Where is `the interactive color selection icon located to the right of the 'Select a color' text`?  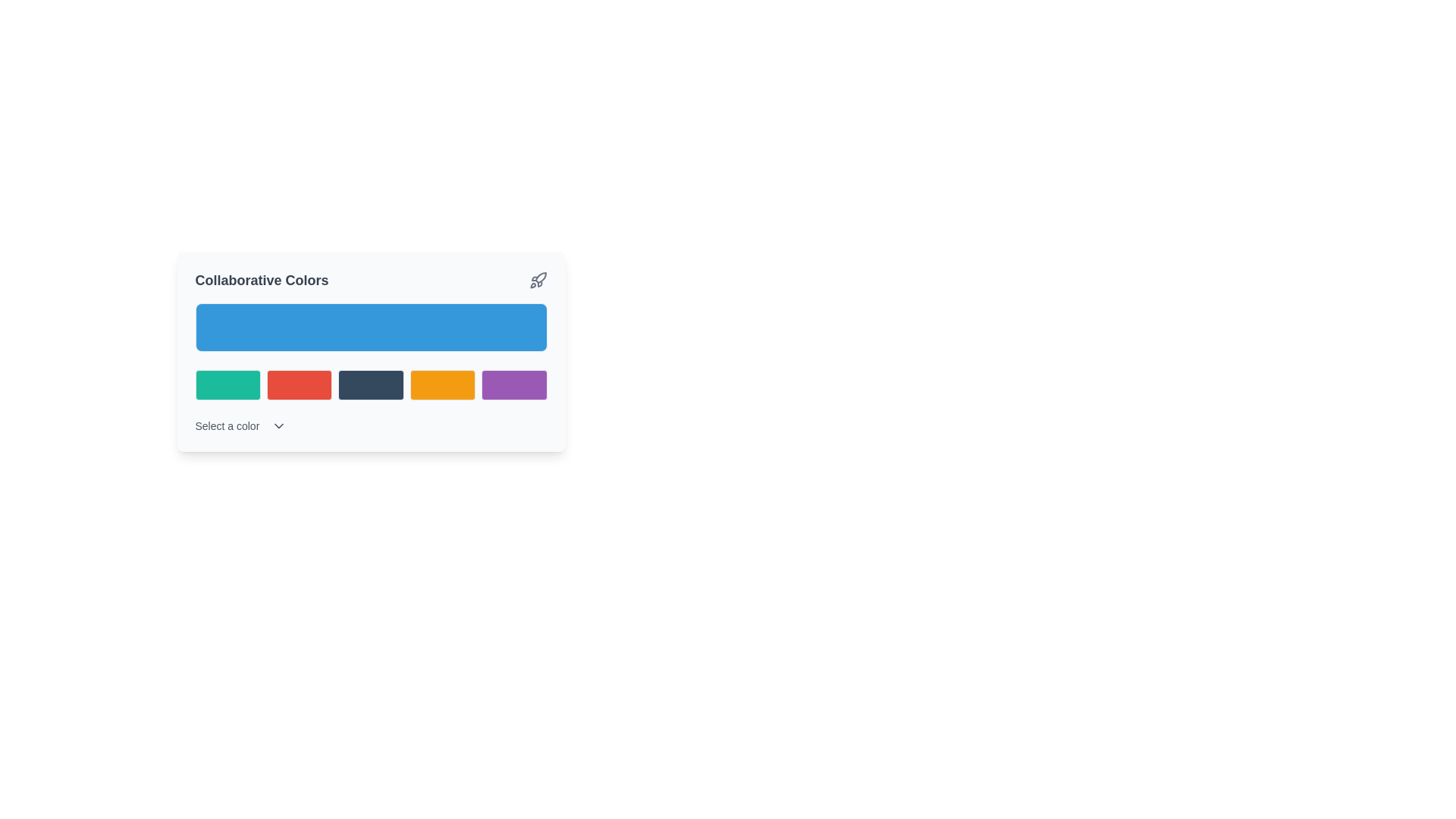
the interactive color selection icon located to the right of the 'Select a color' text is located at coordinates (279, 426).